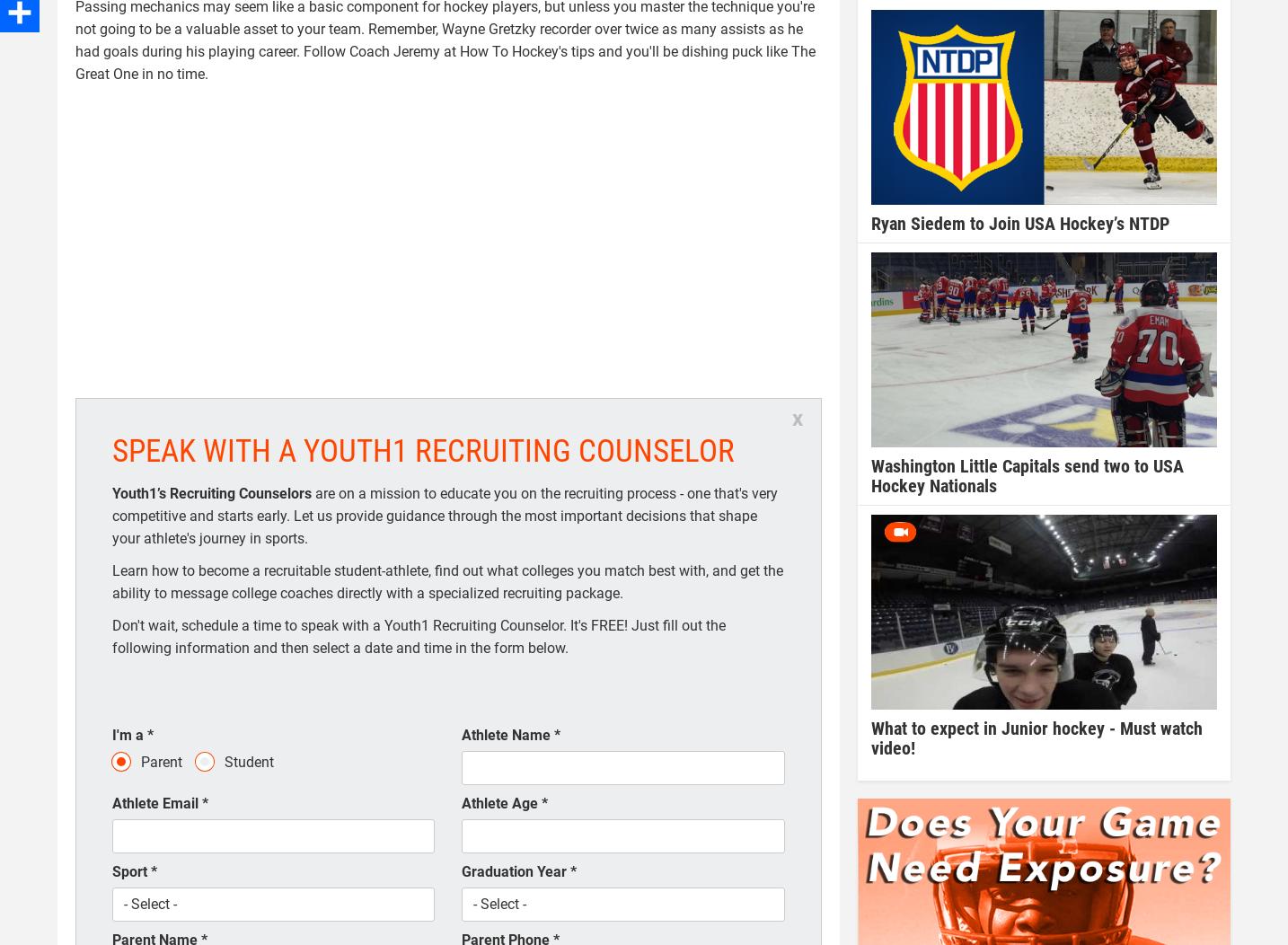 The image size is (1288, 945). I want to click on 'Parent', so click(161, 761).